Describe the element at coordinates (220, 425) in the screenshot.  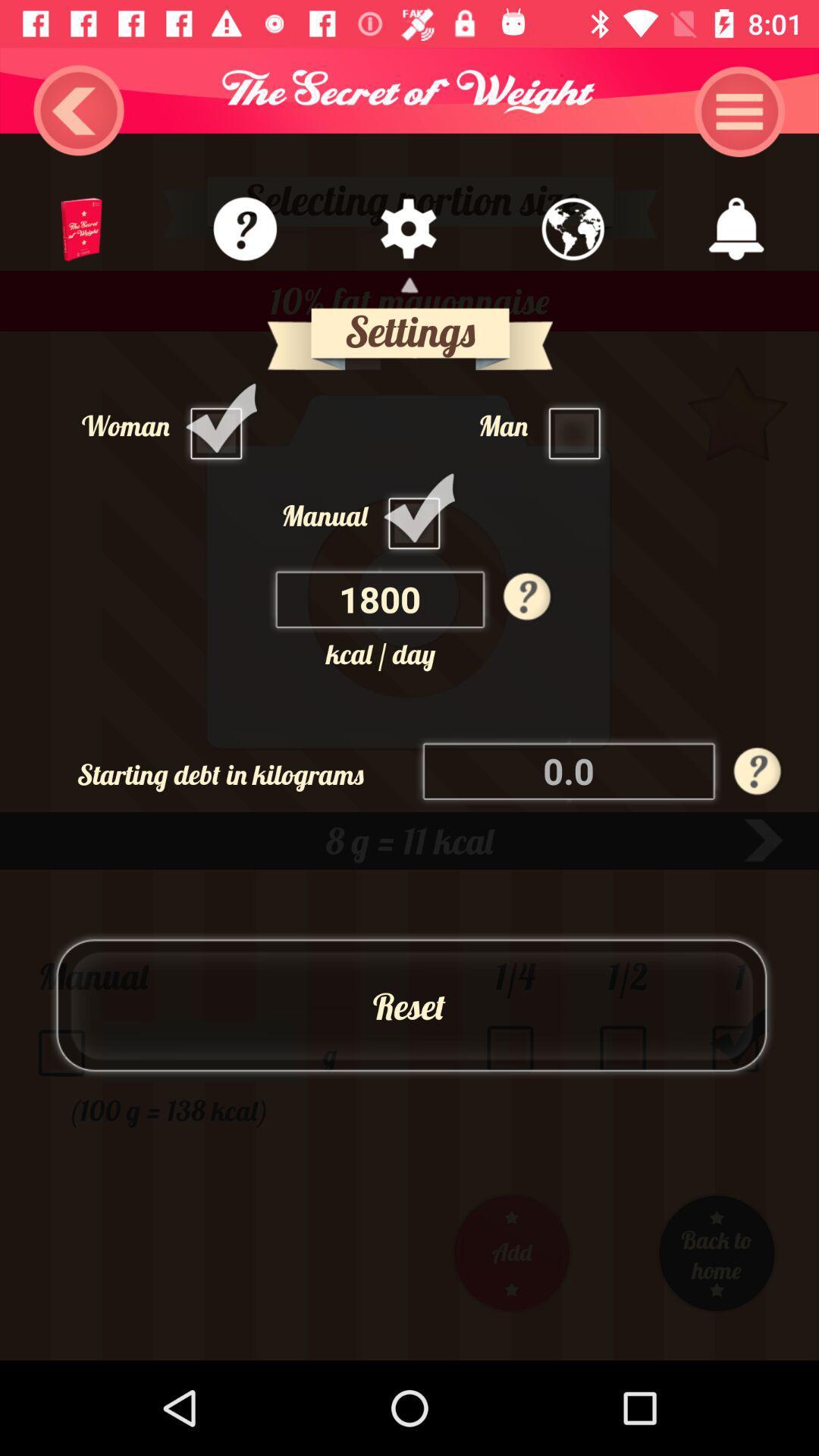
I see `choose woman` at that location.